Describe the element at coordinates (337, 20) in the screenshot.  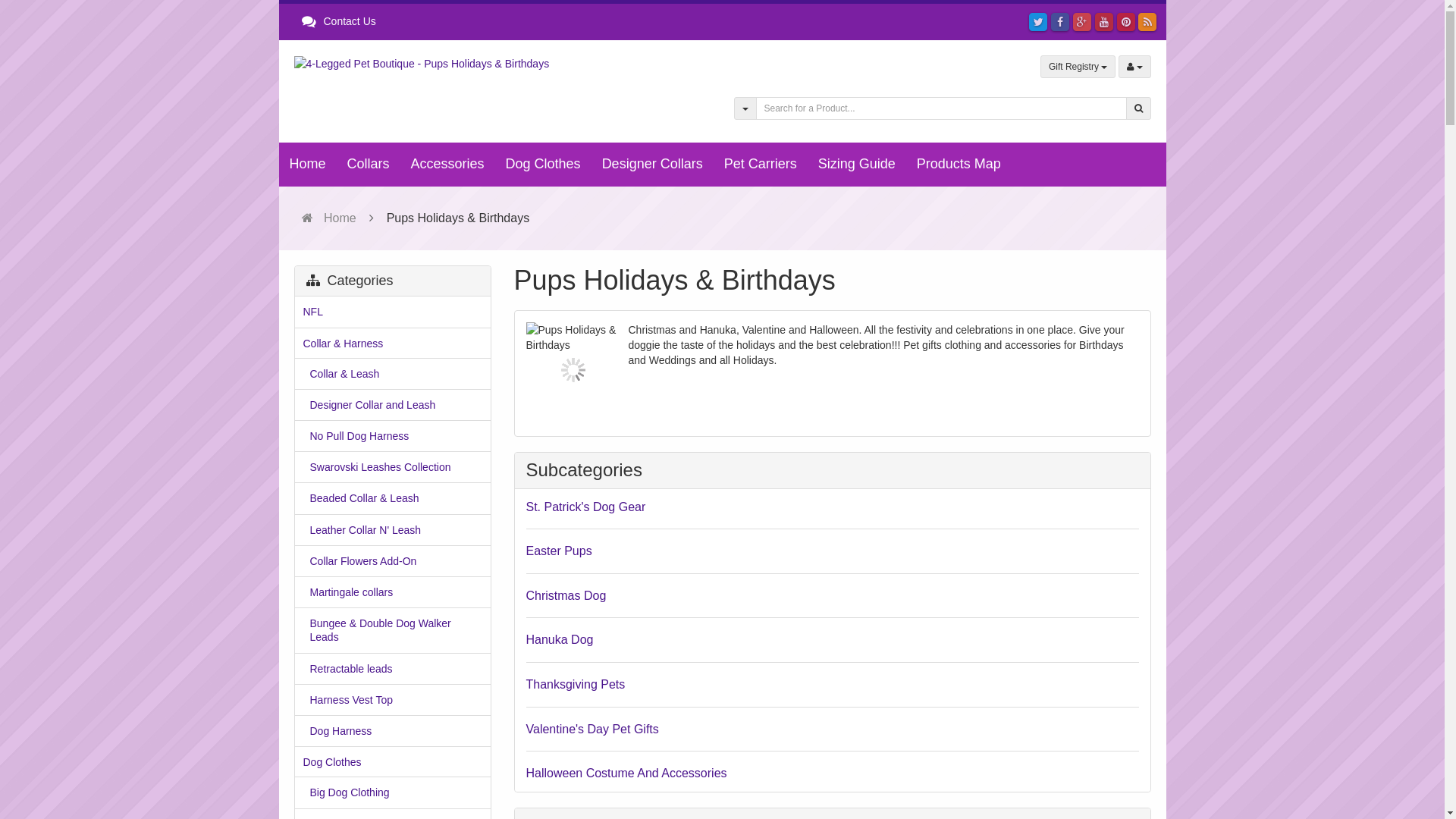
I see `'Contact Us'` at that location.